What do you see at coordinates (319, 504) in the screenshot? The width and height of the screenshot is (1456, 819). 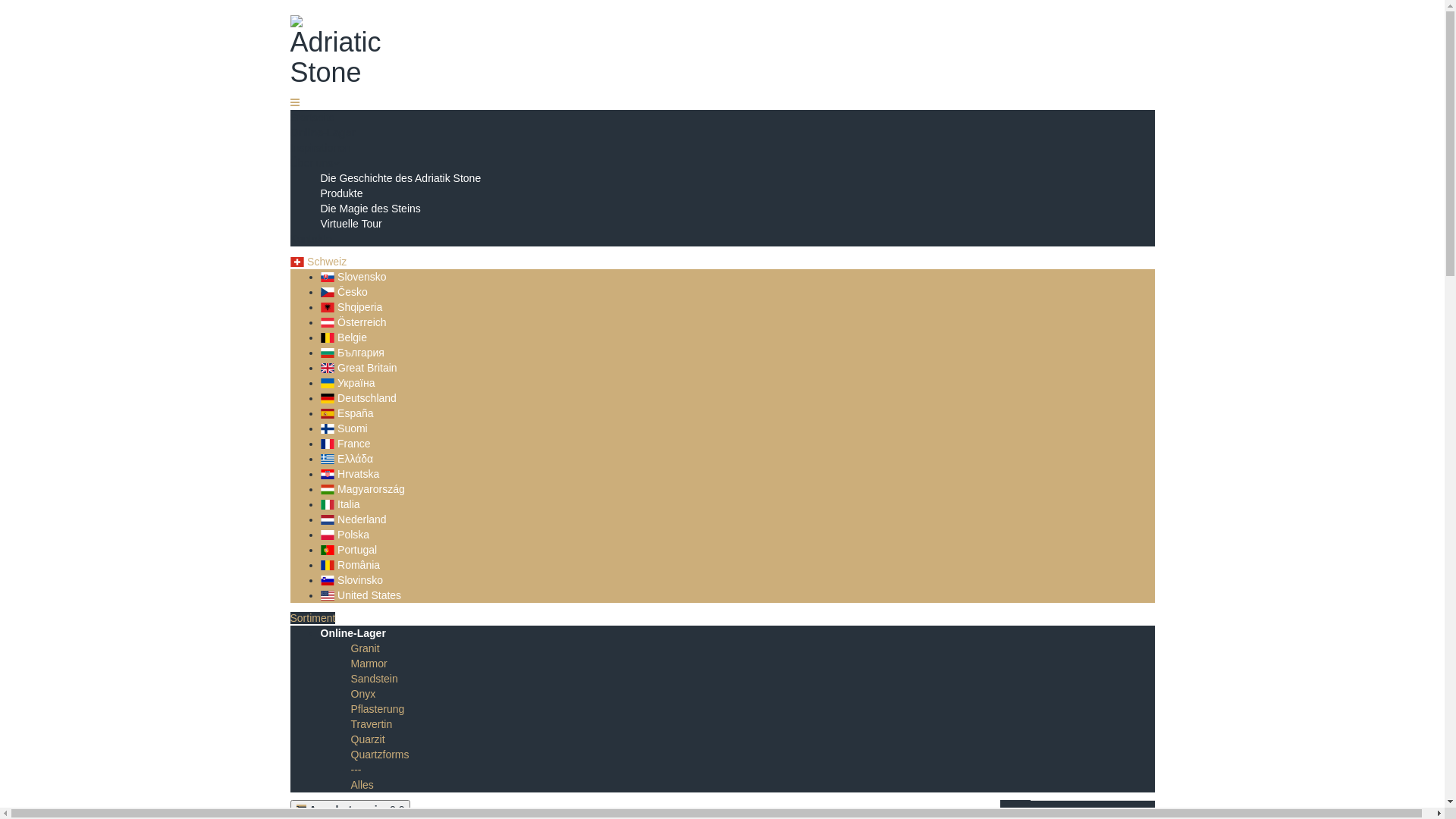 I see `' Italia'` at bounding box center [319, 504].